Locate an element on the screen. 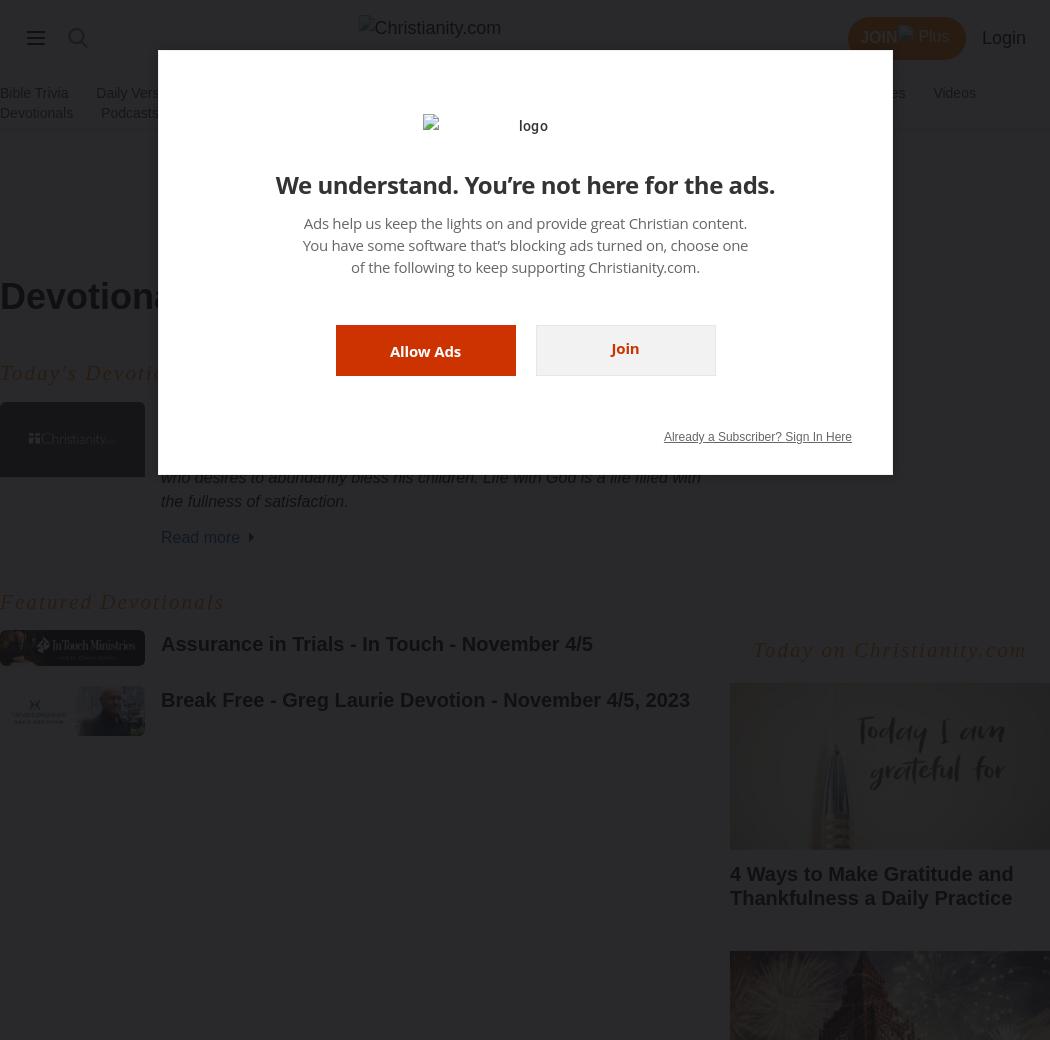  'Login' is located at coordinates (1003, 36).